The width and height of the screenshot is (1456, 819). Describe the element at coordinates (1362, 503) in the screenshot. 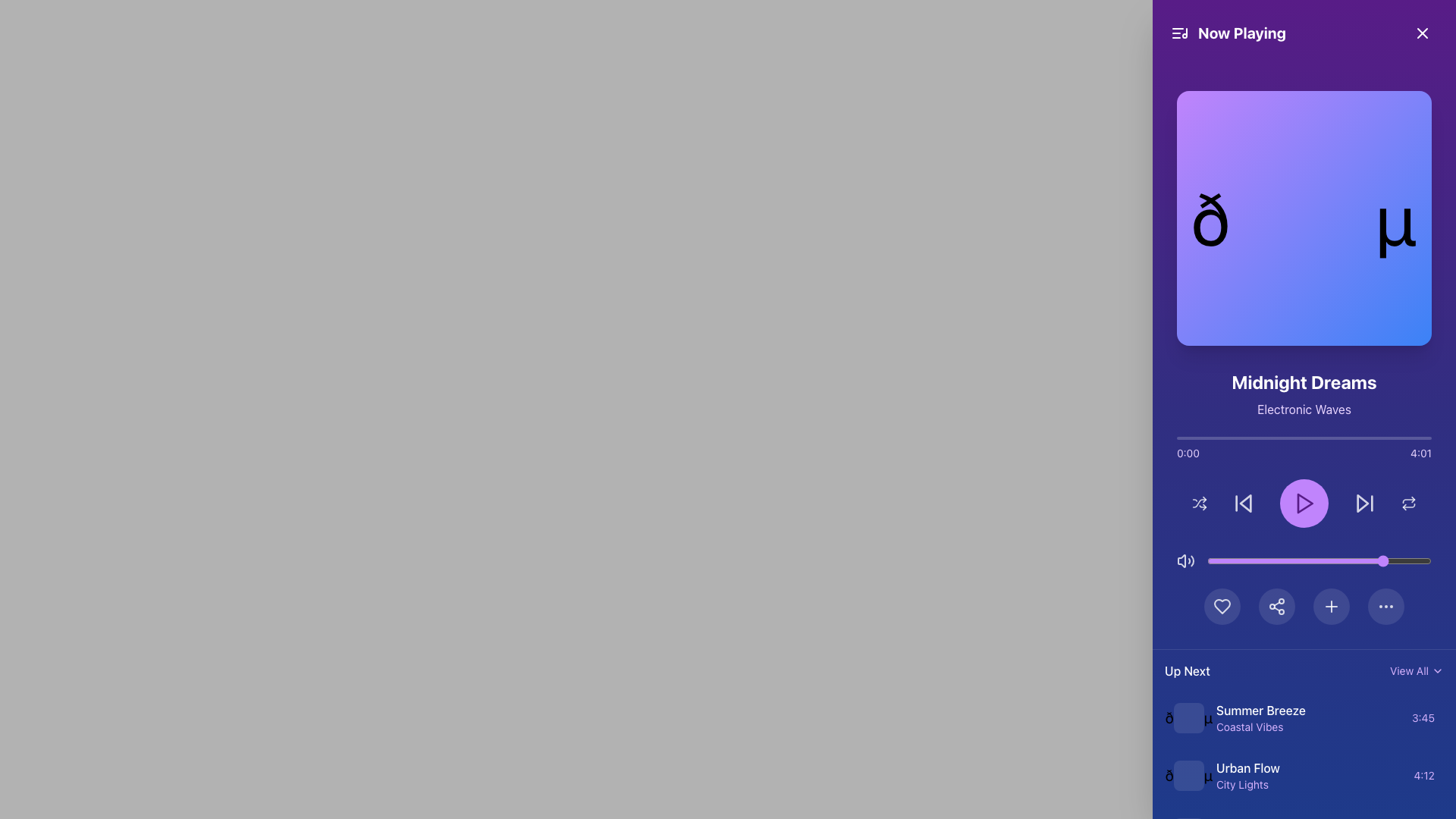

I see `the triangular 'skip forward' icon located in the middle-right of the application interface to skip forward` at that location.